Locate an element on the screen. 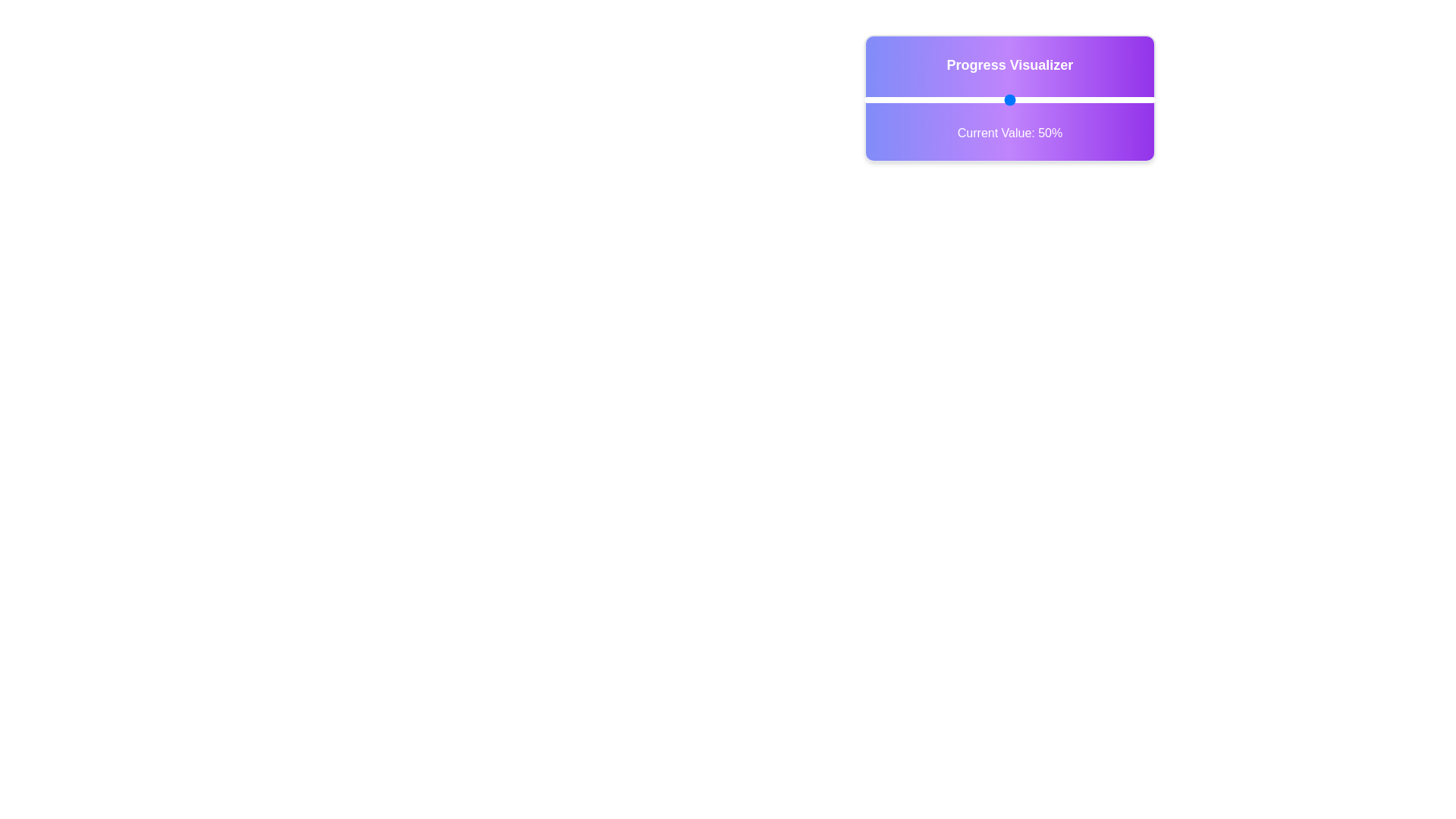  the slider to set the progress value to 34 is located at coordinates (962, 99).